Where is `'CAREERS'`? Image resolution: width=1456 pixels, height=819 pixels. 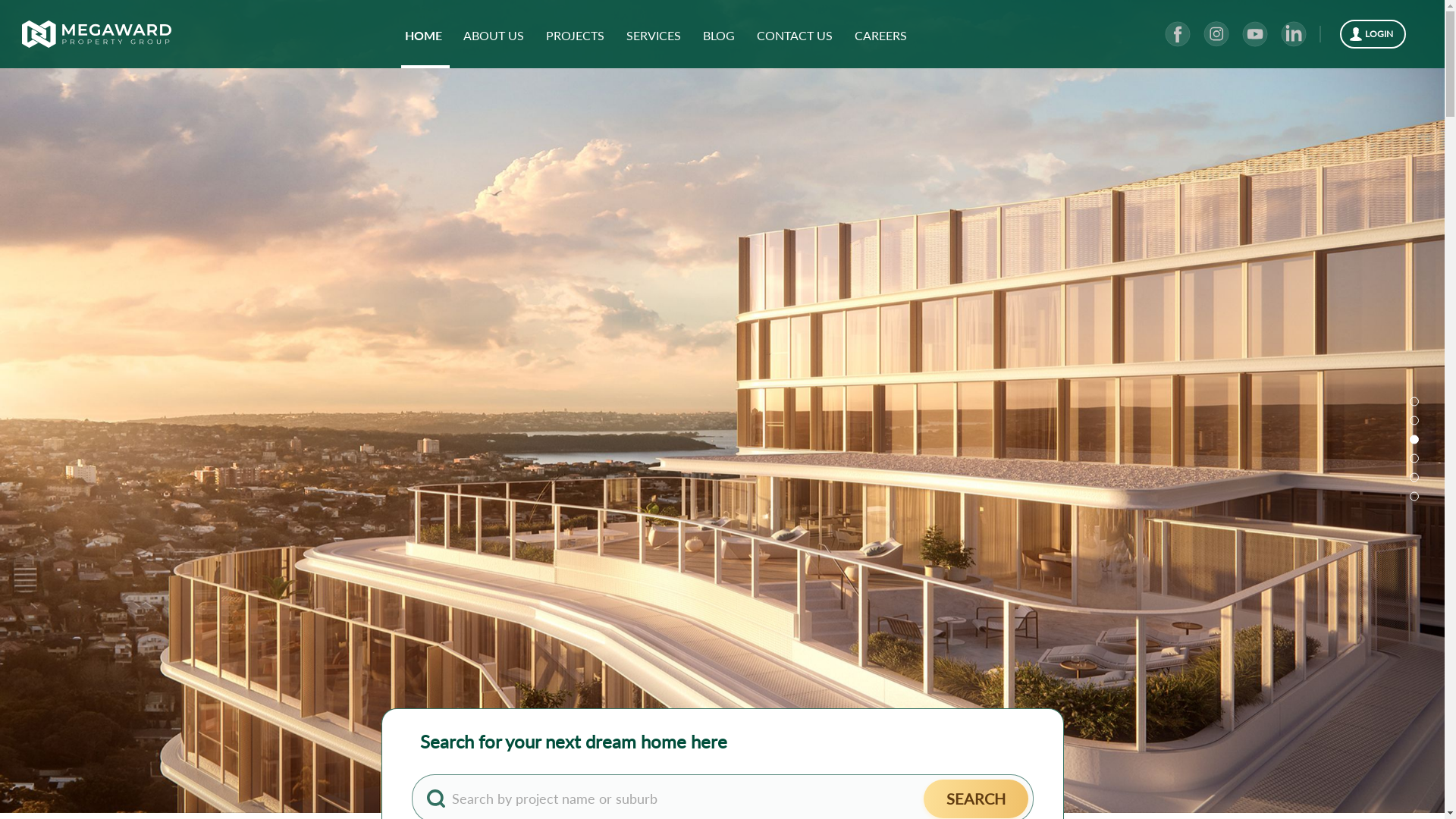
'CAREERS' is located at coordinates (855, 34).